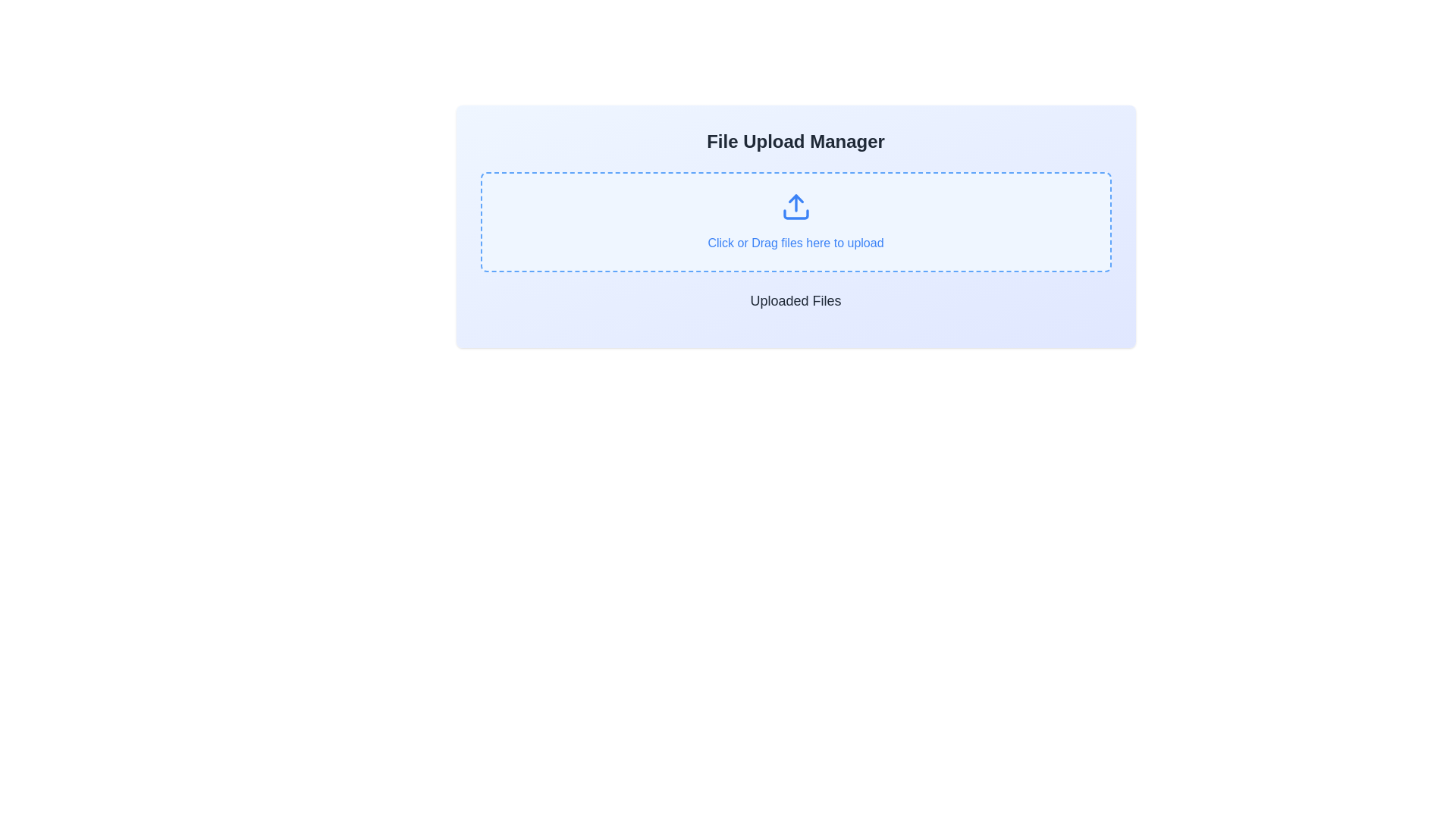 The width and height of the screenshot is (1456, 819). Describe the element at coordinates (795, 222) in the screenshot. I see `and drop files onto the centered clickable dropzone interface with a blue dashed border and light blue background, which allows users` at that location.